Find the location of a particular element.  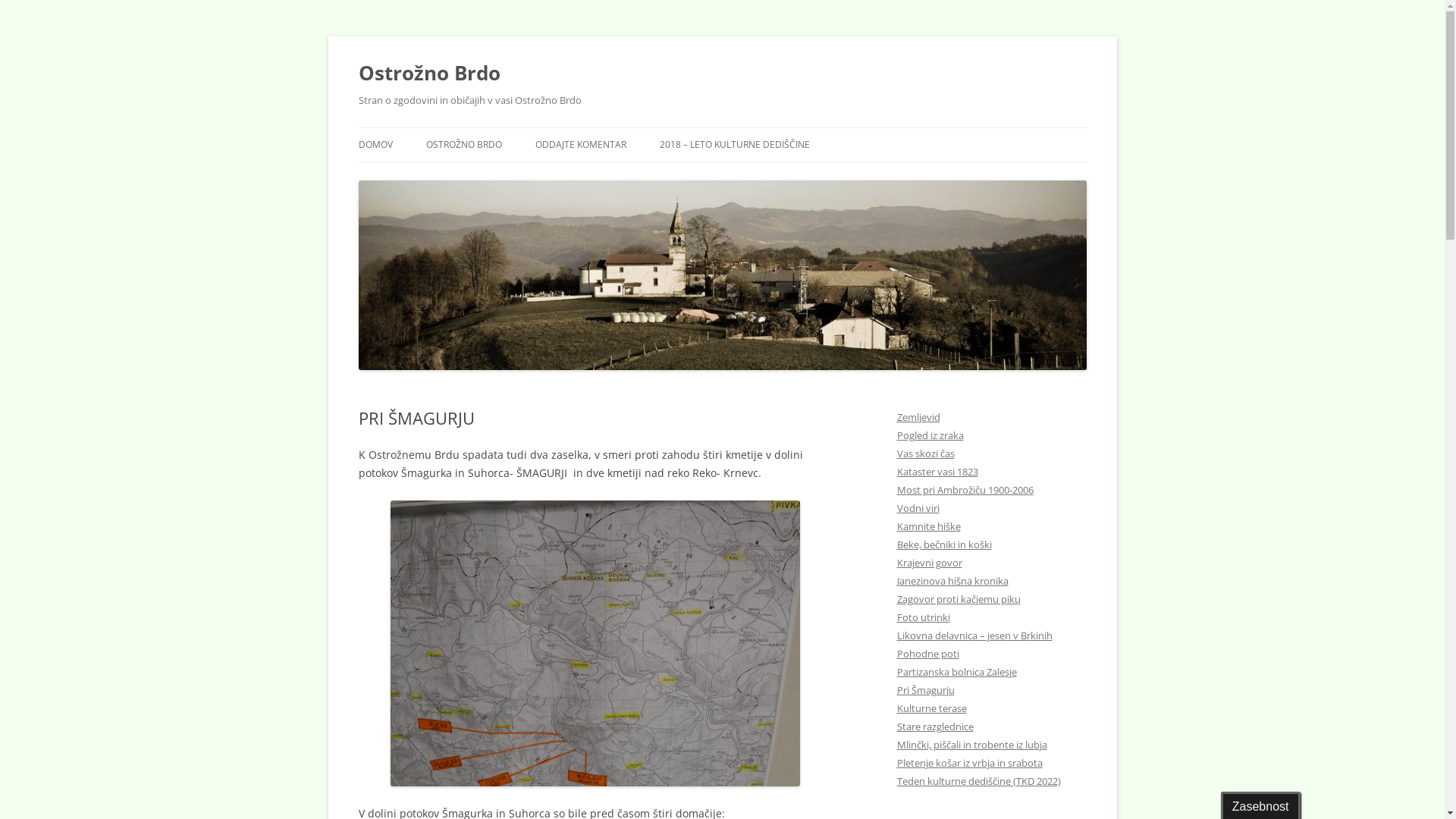

'Vodni viri' is located at coordinates (916, 508).